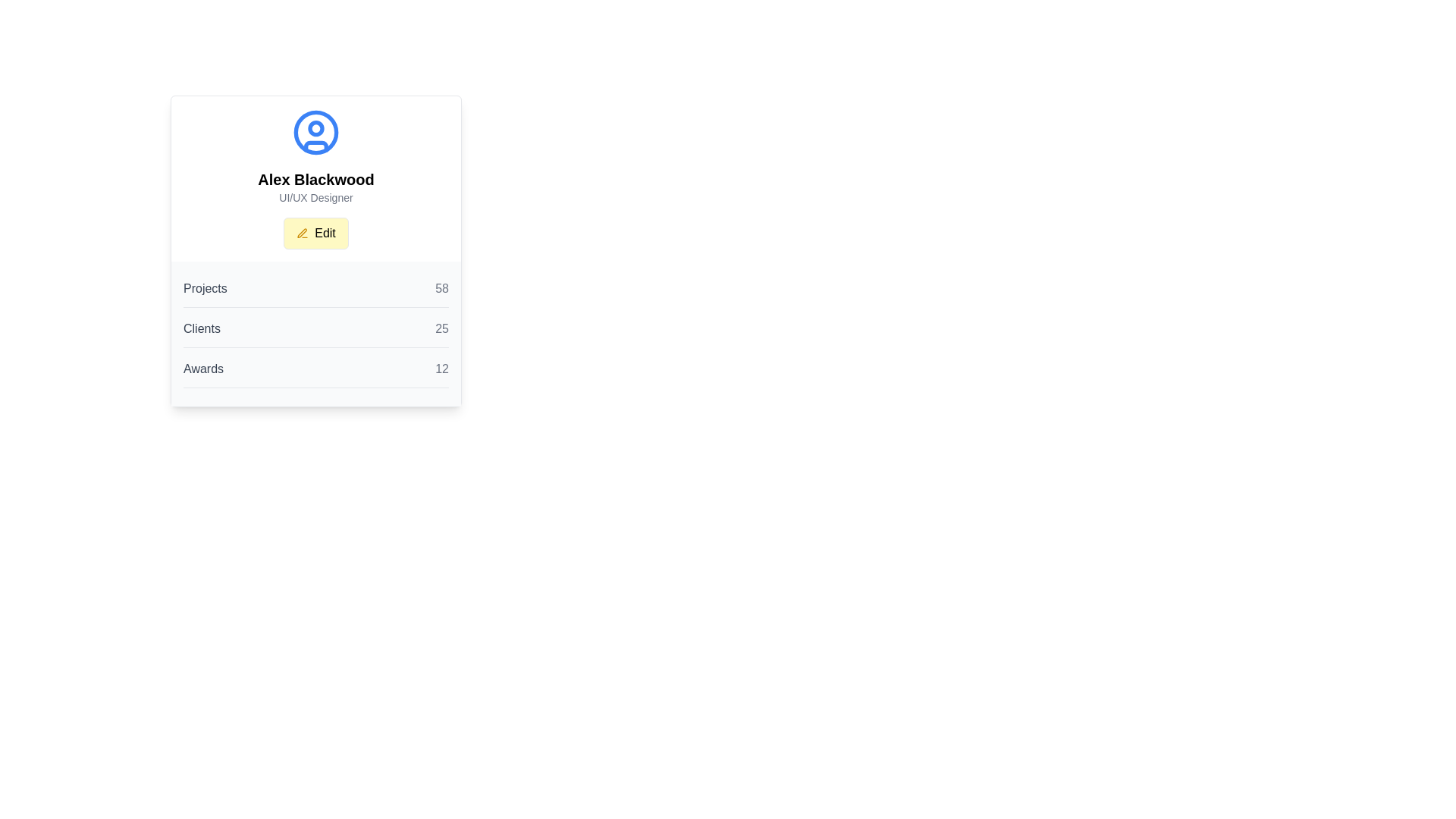 This screenshot has height=819, width=1456. Describe the element at coordinates (315, 293) in the screenshot. I see `the first list item labeled 'Projects' which has a numeric indicator '58' aligned to the right` at that location.